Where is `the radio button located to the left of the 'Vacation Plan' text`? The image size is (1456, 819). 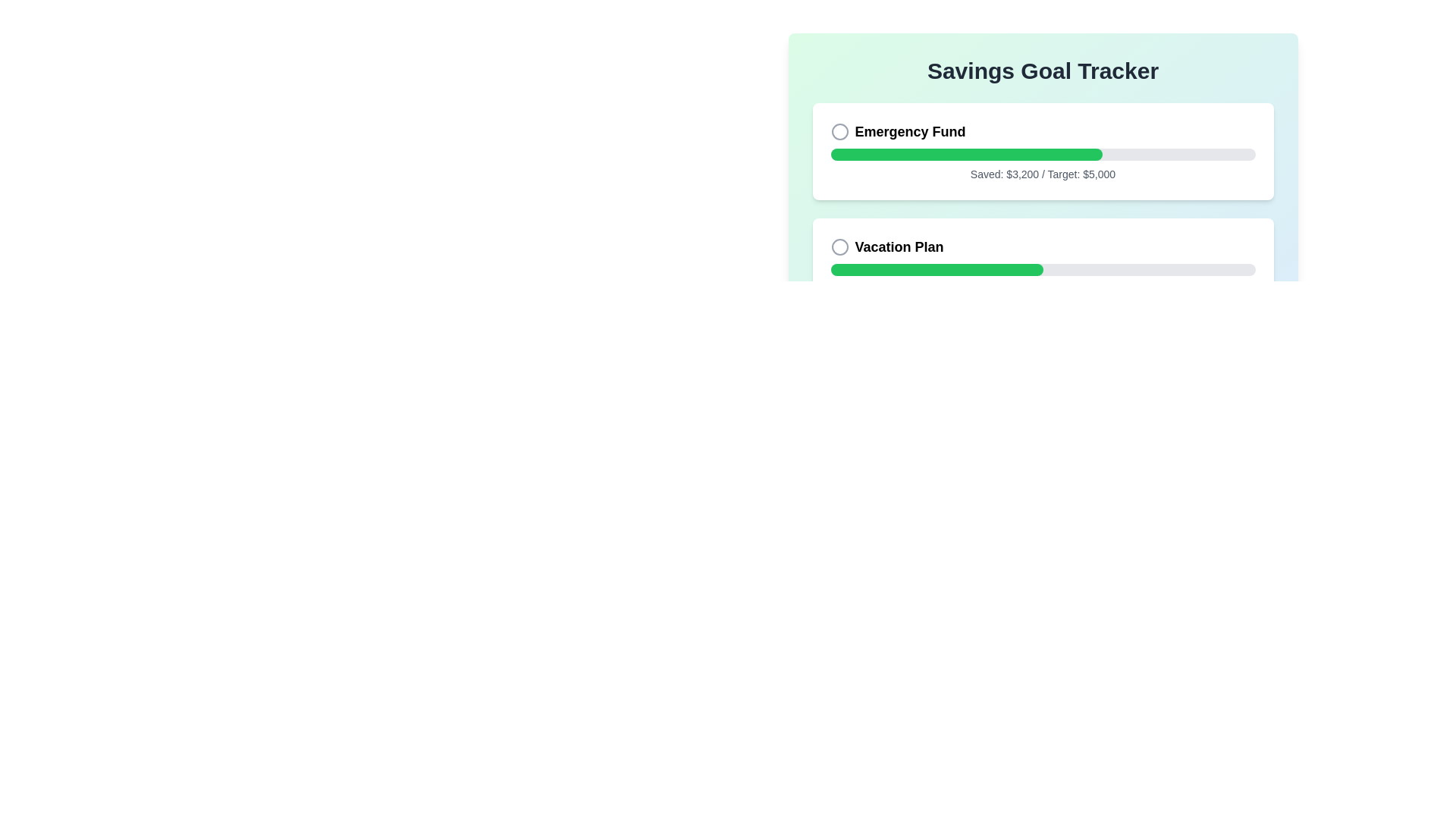
the radio button located to the left of the 'Vacation Plan' text is located at coordinates (839, 246).